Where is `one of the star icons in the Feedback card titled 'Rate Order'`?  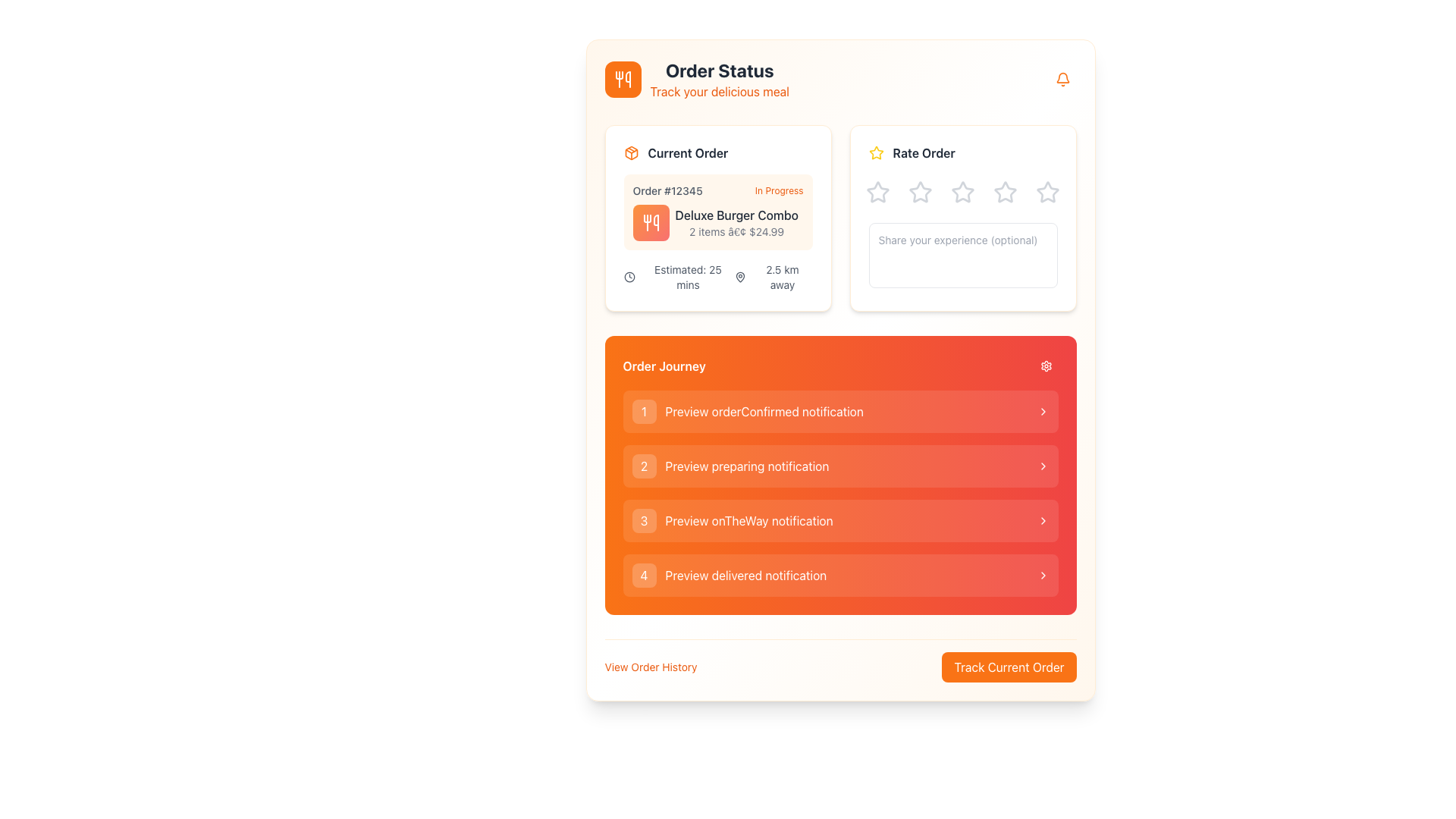 one of the star icons in the Feedback card titled 'Rate Order' is located at coordinates (962, 218).